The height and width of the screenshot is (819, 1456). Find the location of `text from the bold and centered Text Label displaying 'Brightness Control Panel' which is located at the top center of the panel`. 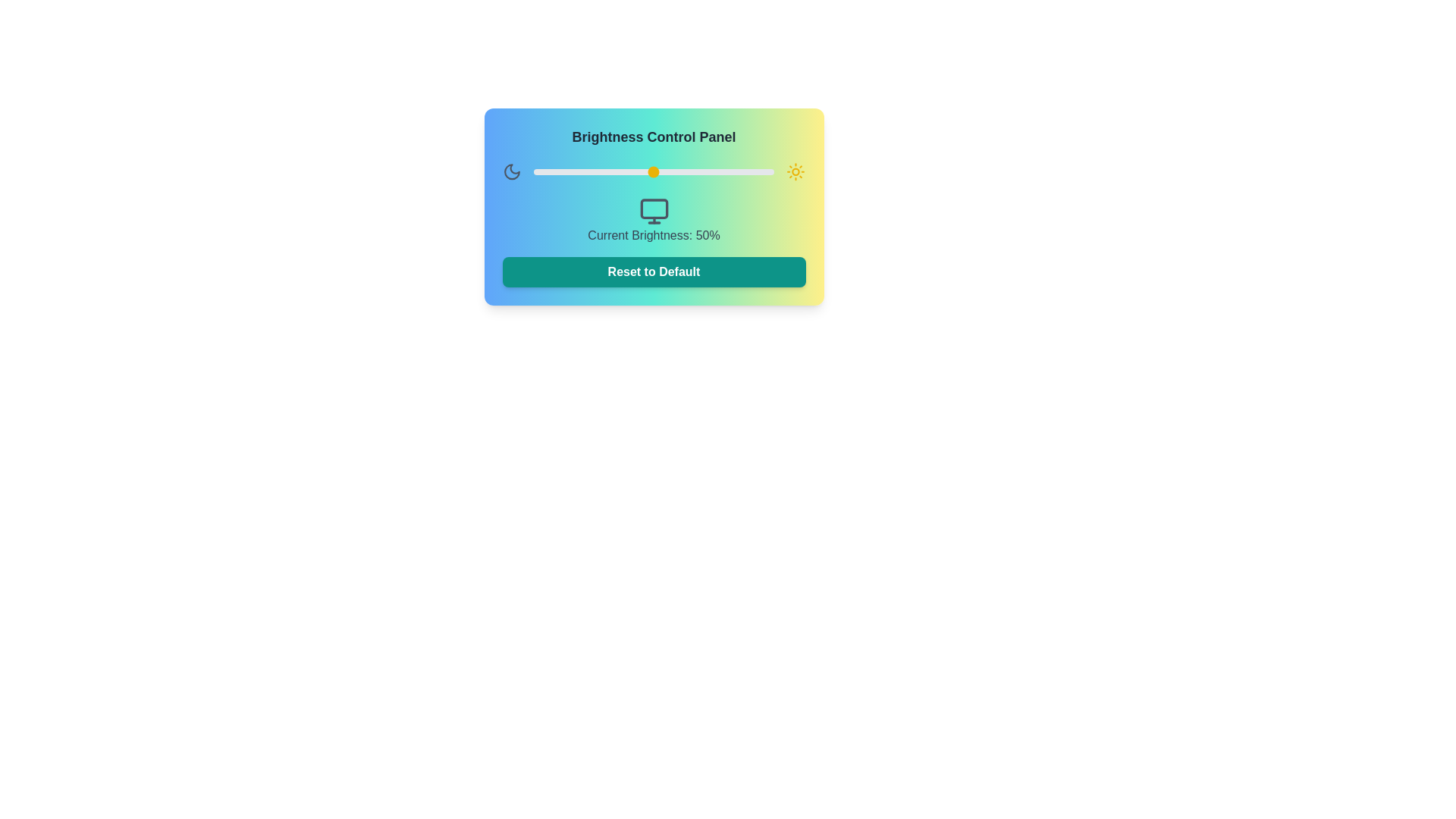

text from the bold and centered Text Label displaying 'Brightness Control Panel' which is located at the top center of the panel is located at coordinates (654, 137).